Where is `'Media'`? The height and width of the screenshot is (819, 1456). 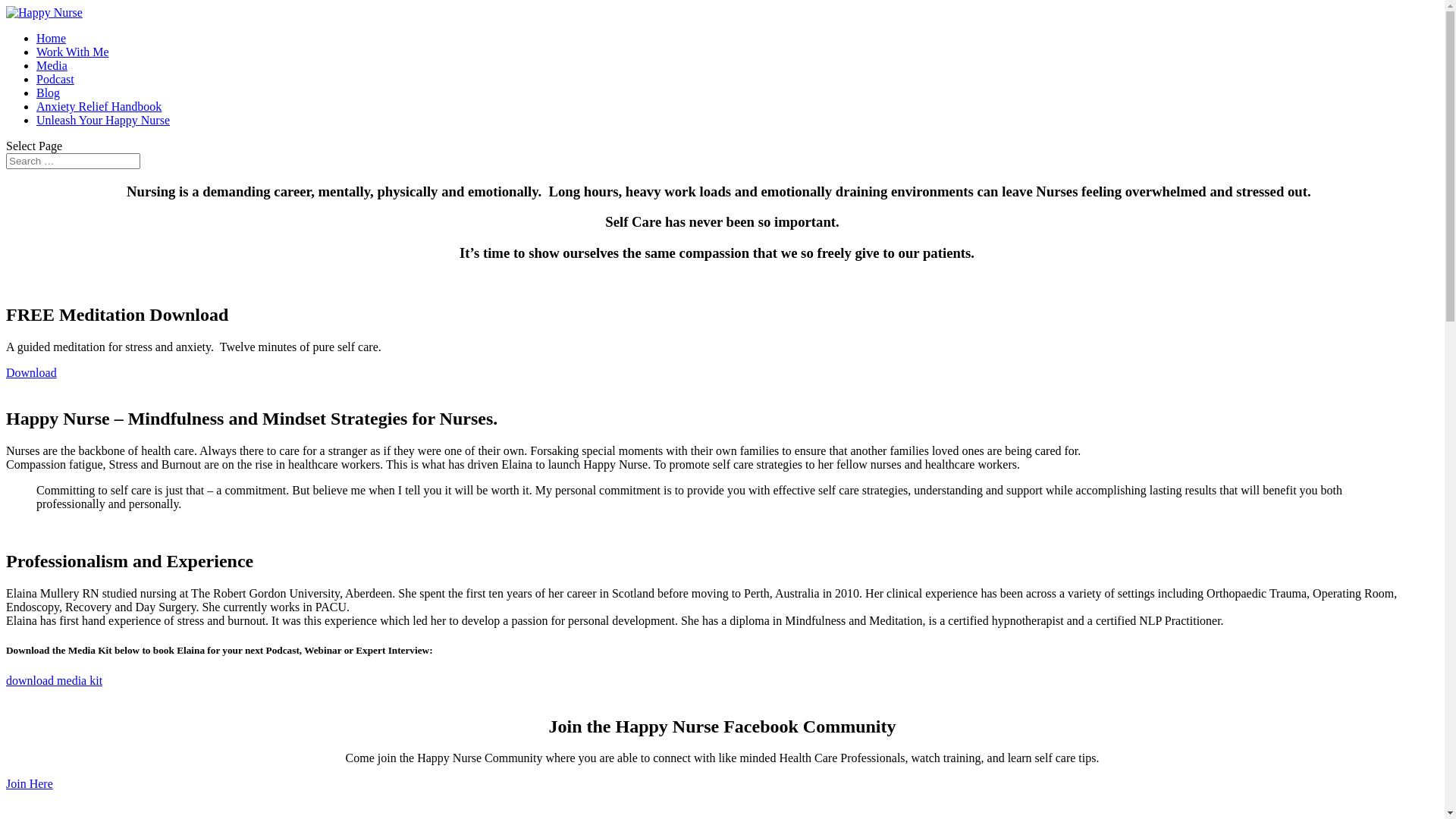 'Media' is located at coordinates (52, 64).